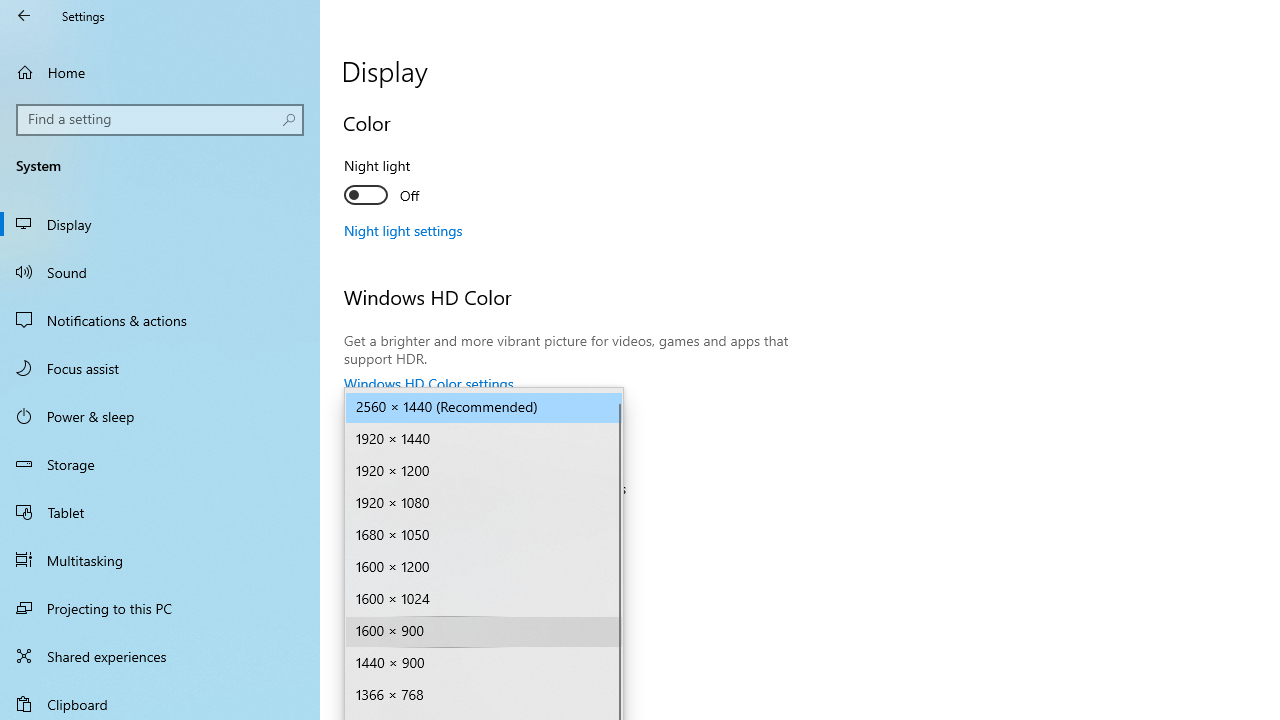 Image resolution: width=1280 pixels, height=720 pixels. I want to click on 'Change the size of text, apps, and other items', so click(484, 521).